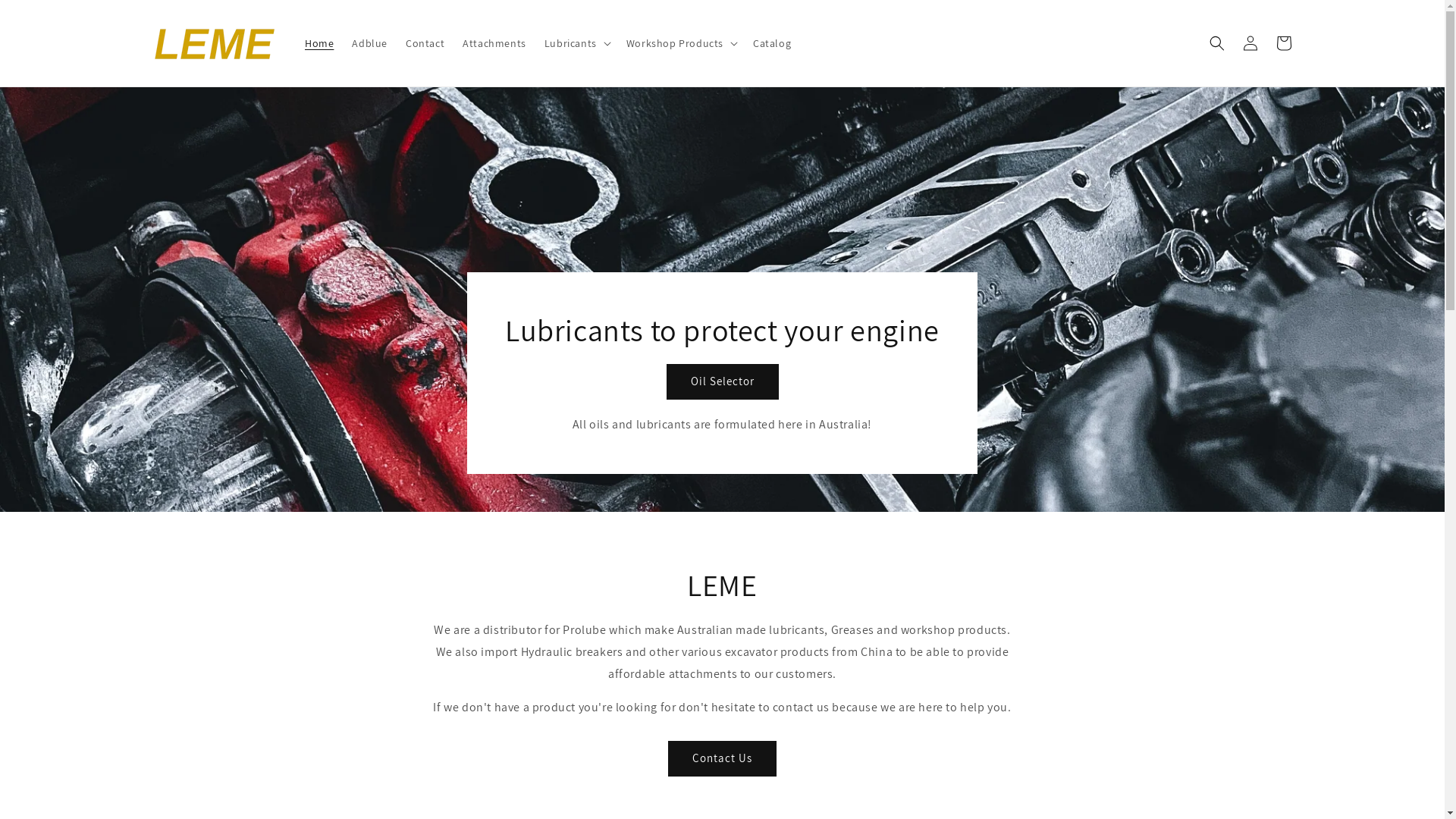 This screenshot has width=1456, height=819. Describe the element at coordinates (1249, 42) in the screenshot. I see `'Log in'` at that location.